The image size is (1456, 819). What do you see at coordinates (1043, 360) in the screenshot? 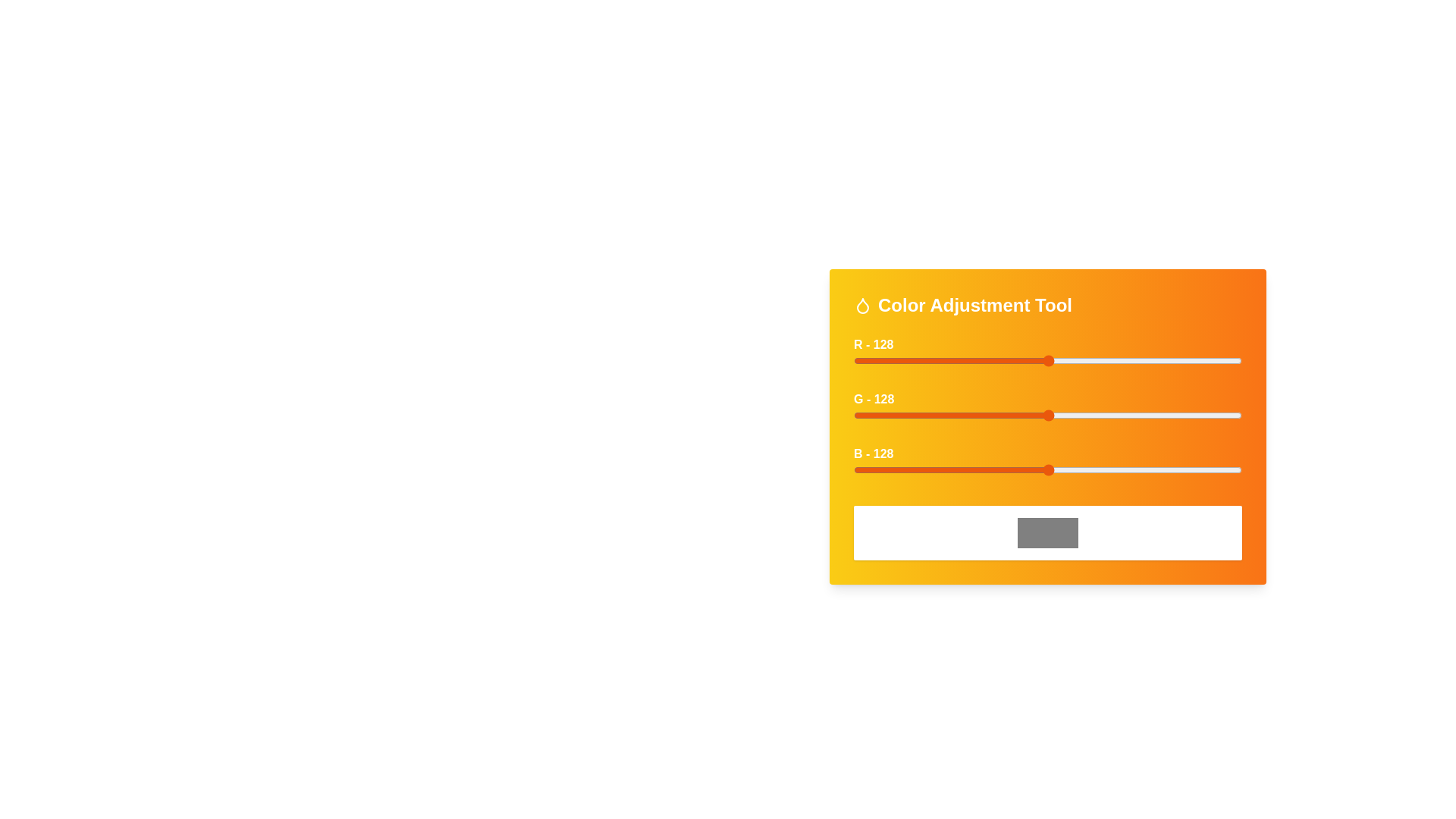
I see `the red slider to 125` at bounding box center [1043, 360].